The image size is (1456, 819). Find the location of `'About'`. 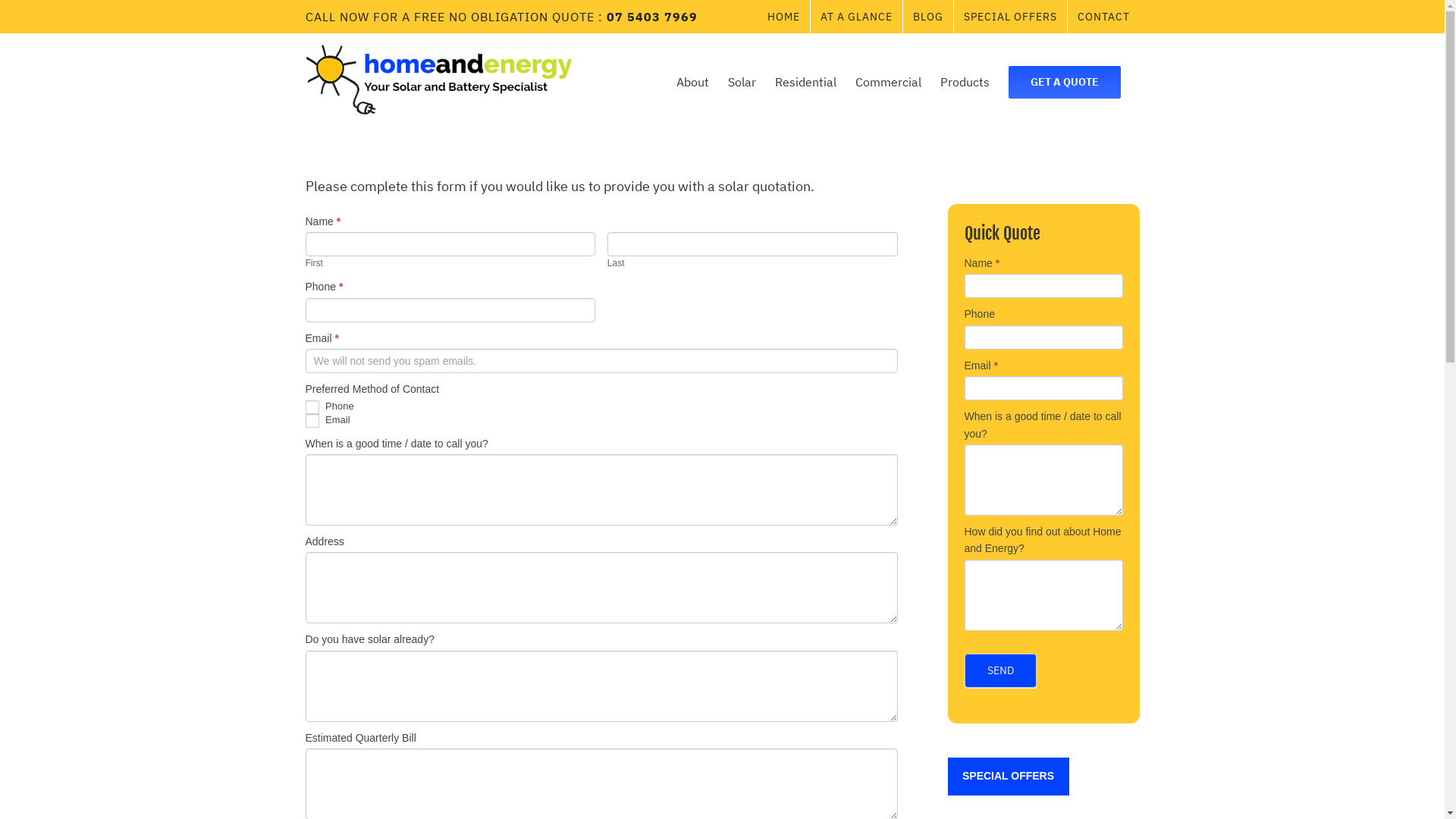

'About' is located at coordinates (676, 82).